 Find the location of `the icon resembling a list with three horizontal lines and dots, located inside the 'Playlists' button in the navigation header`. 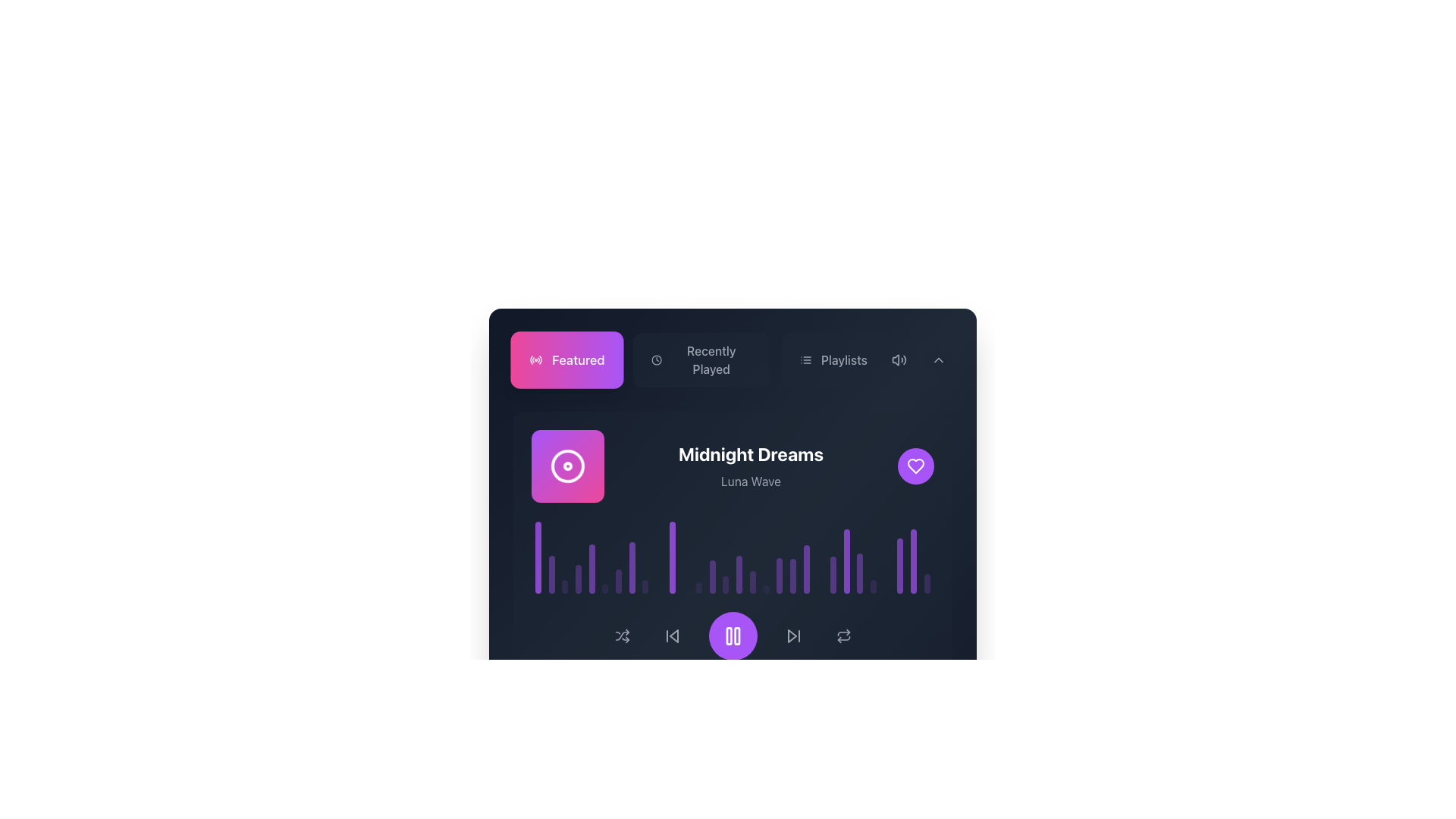

the icon resembling a list with three horizontal lines and dots, located inside the 'Playlists' button in the navigation header is located at coordinates (805, 359).